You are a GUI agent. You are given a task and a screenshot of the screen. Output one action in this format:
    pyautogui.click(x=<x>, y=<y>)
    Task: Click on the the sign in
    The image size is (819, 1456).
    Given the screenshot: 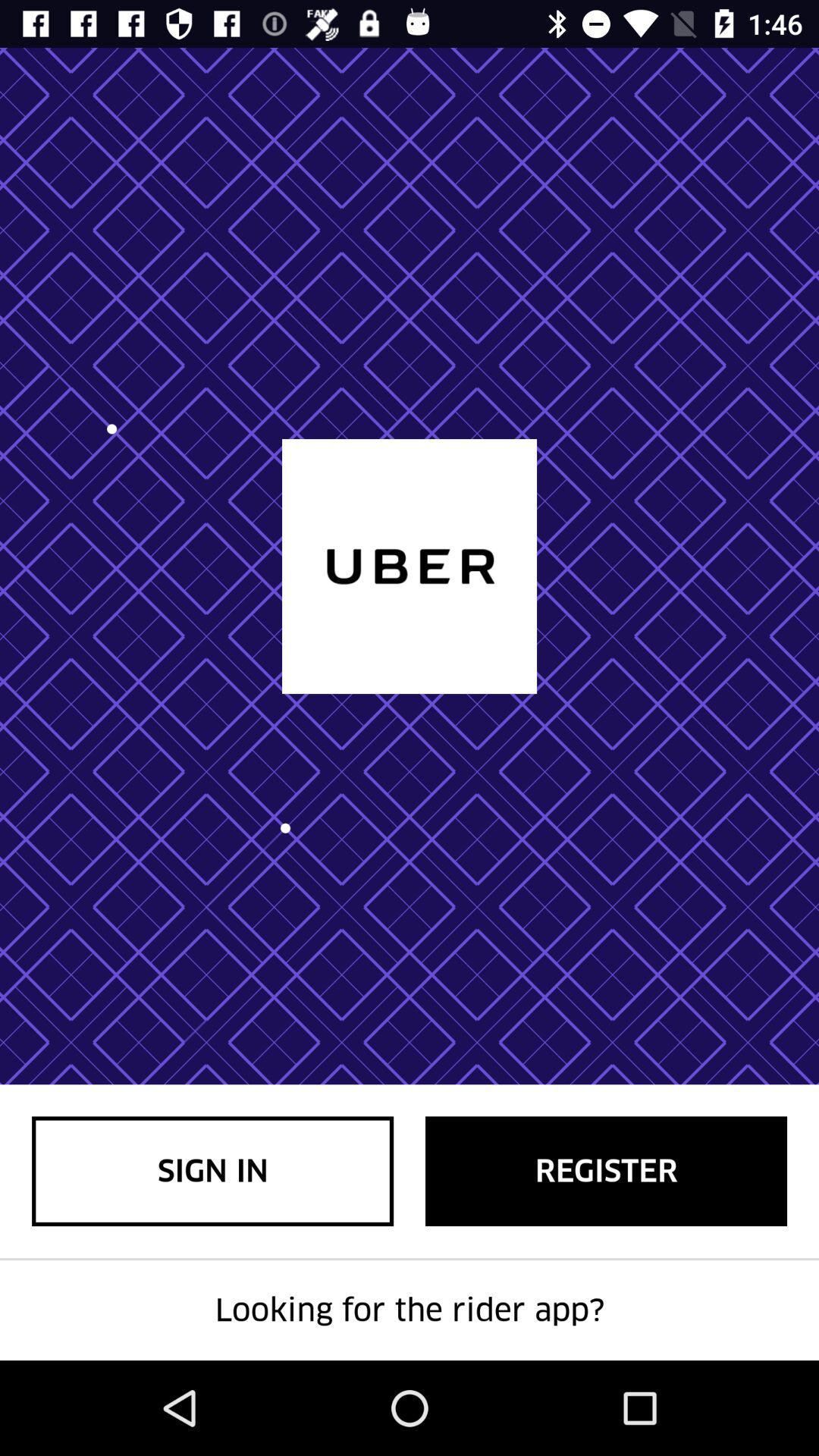 What is the action you would take?
    pyautogui.click(x=212, y=1170)
    